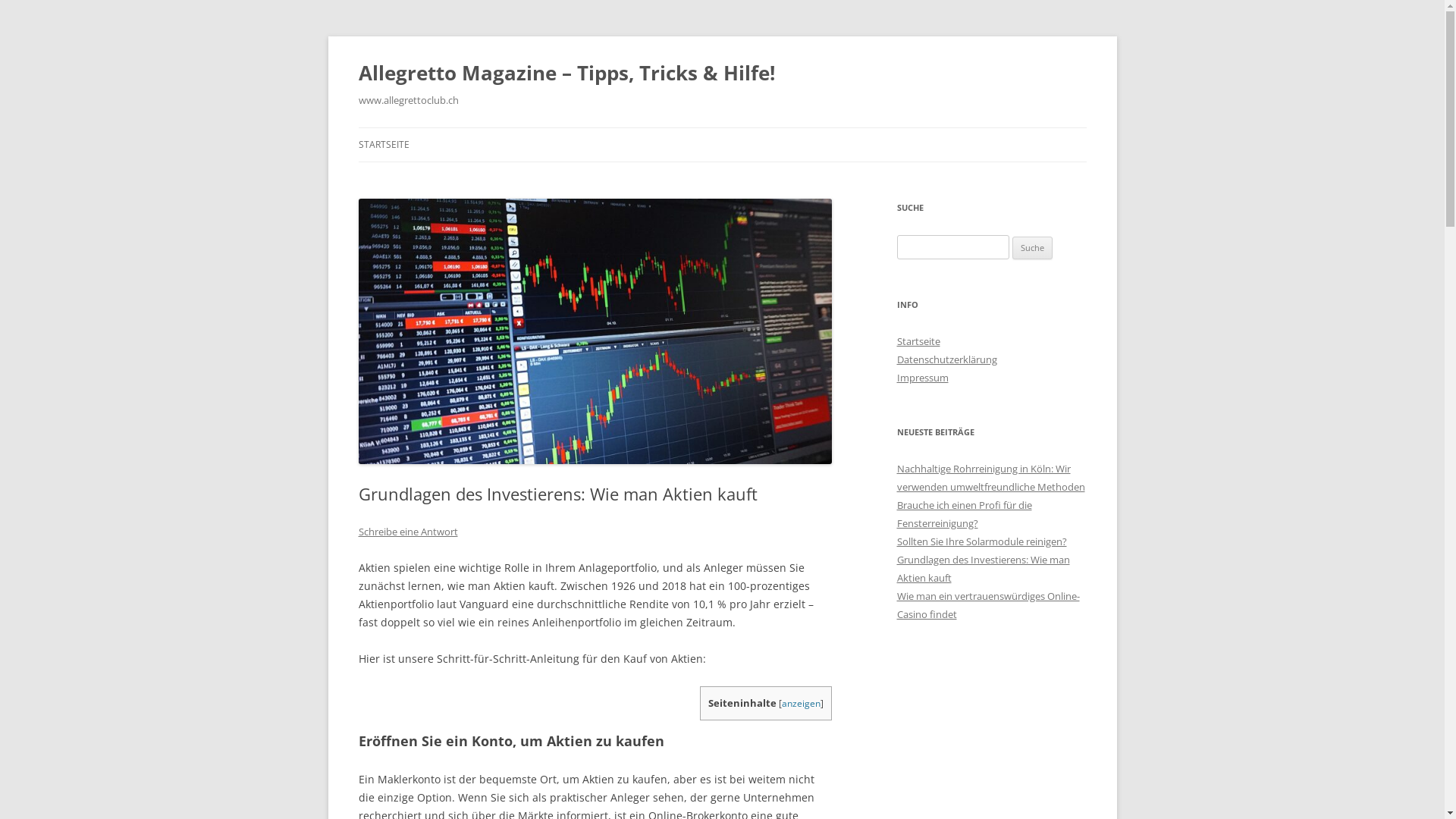 This screenshot has width=1456, height=819. What do you see at coordinates (721, 127) in the screenshot?
I see `'Zum Inhalt springen'` at bounding box center [721, 127].